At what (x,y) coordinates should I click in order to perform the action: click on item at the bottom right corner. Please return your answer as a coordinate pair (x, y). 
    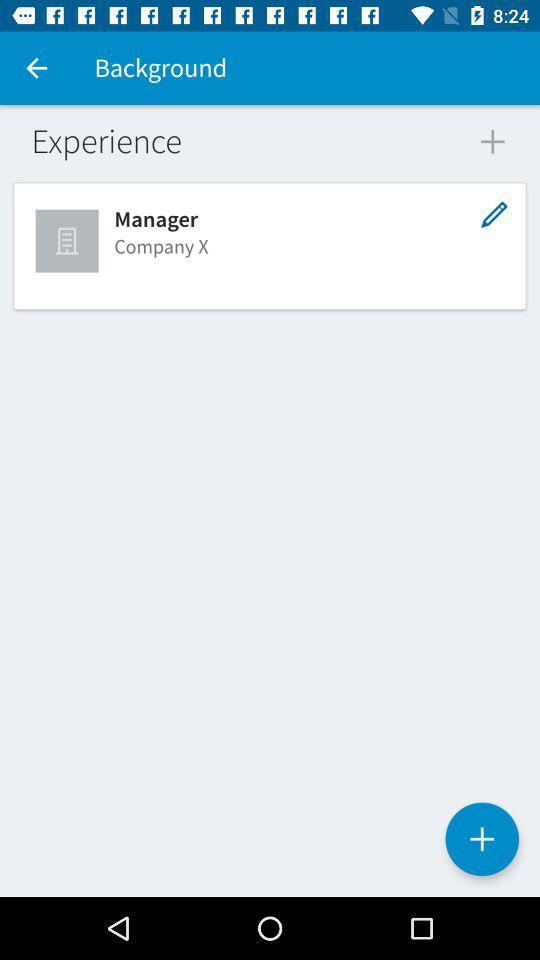
    Looking at the image, I should click on (481, 839).